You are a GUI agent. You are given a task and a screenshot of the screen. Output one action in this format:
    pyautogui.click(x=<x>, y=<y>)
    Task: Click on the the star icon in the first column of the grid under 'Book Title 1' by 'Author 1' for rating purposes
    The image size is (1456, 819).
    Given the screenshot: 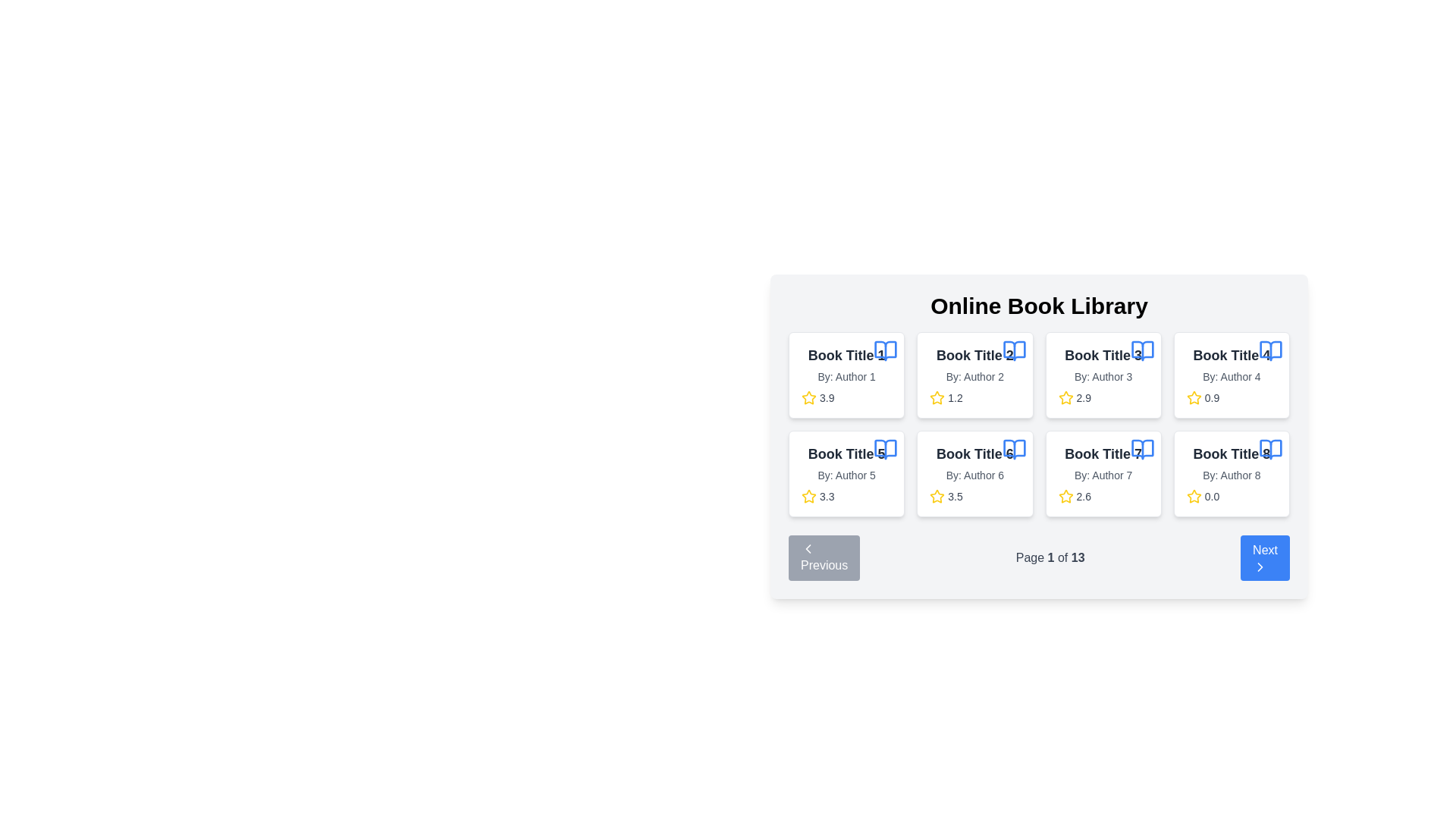 What is the action you would take?
    pyautogui.click(x=808, y=397)
    